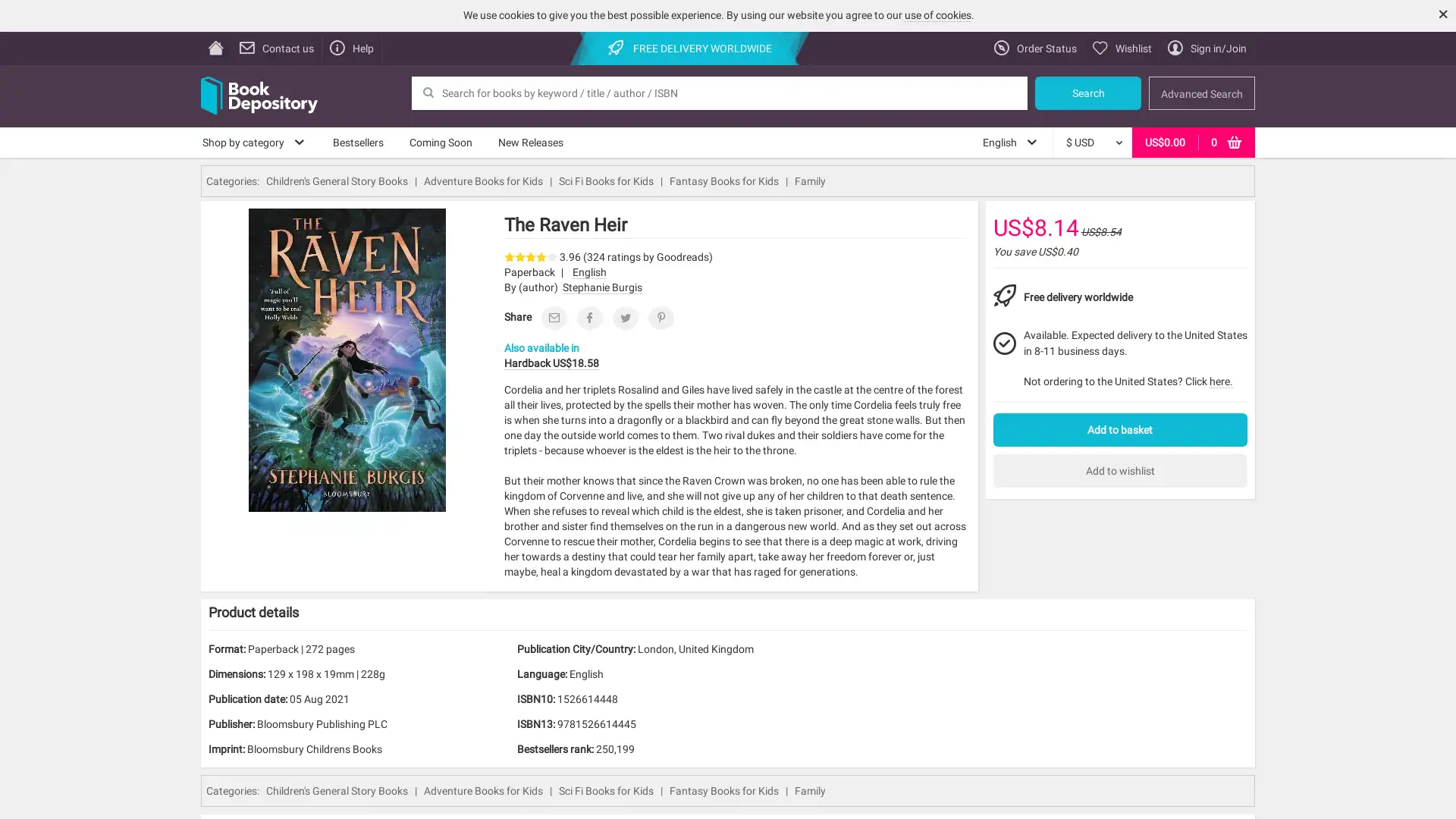 This screenshot has height=819, width=1456. I want to click on Search, so click(1087, 93).